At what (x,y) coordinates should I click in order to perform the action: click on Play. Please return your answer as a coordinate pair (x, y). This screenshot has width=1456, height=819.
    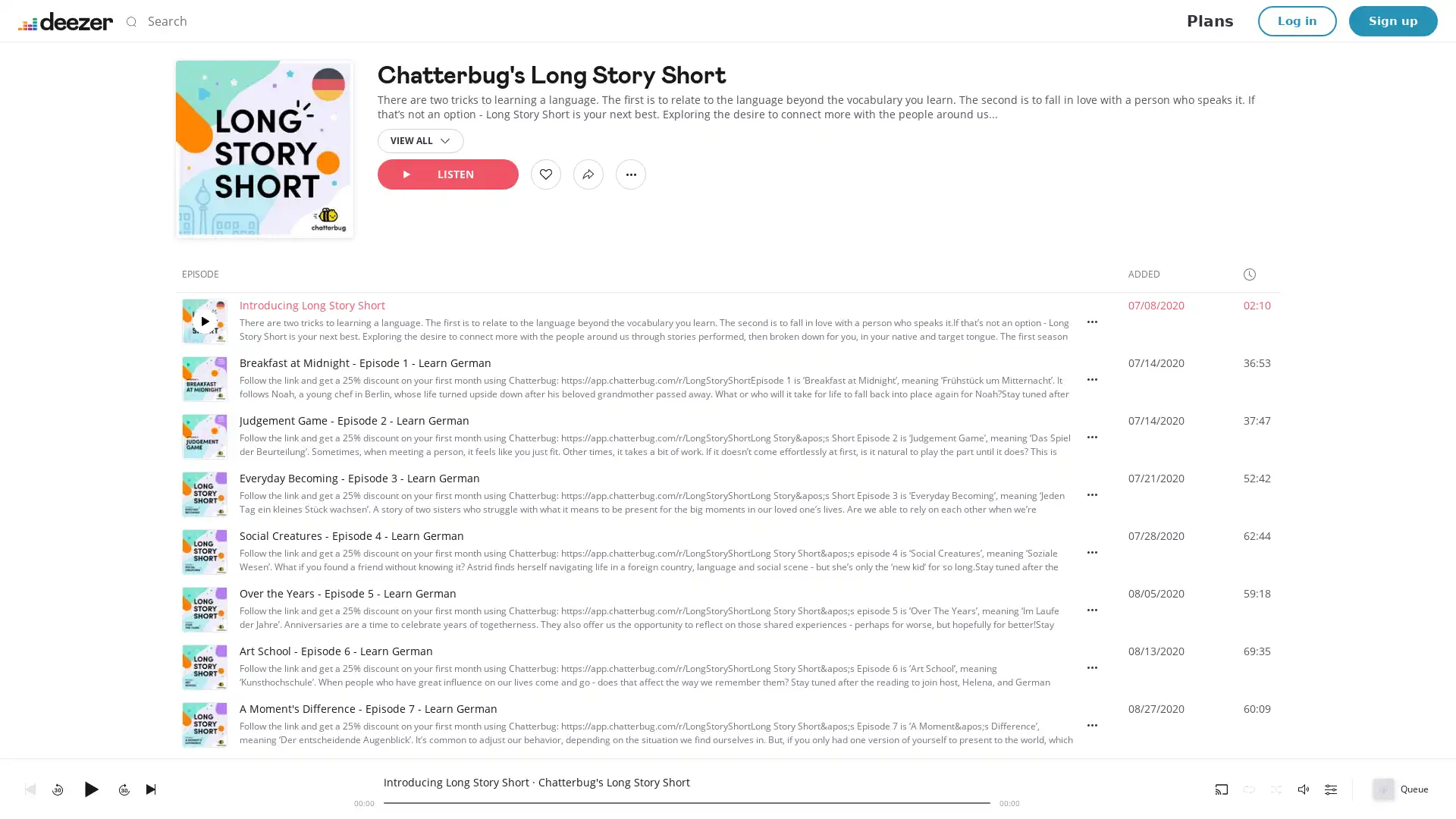
    Looking at the image, I should click on (90, 788).